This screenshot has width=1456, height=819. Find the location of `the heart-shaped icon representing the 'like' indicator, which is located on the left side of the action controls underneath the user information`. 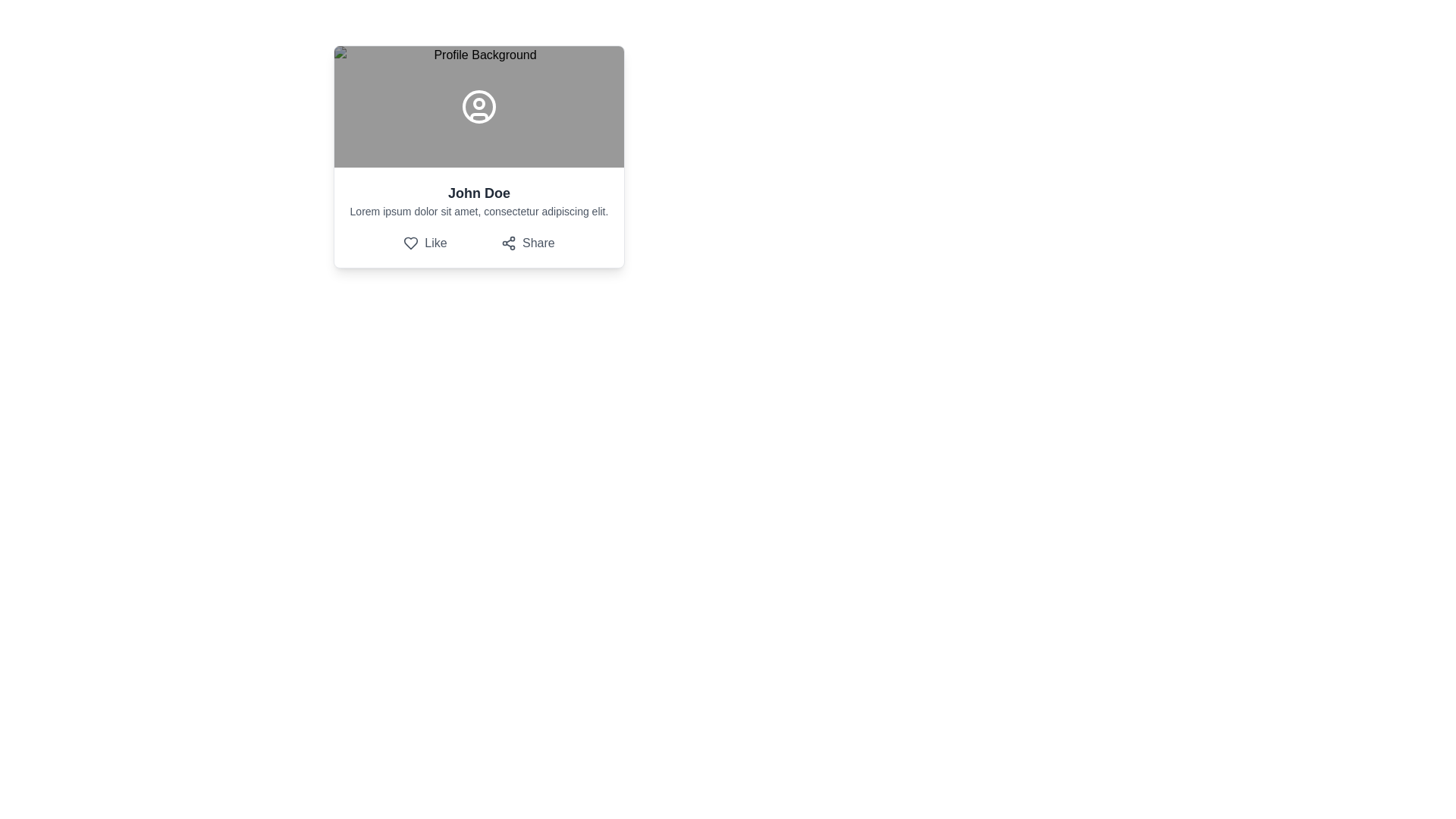

the heart-shaped icon representing the 'like' indicator, which is located on the left side of the action controls underneath the user information is located at coordinates (411, 242).